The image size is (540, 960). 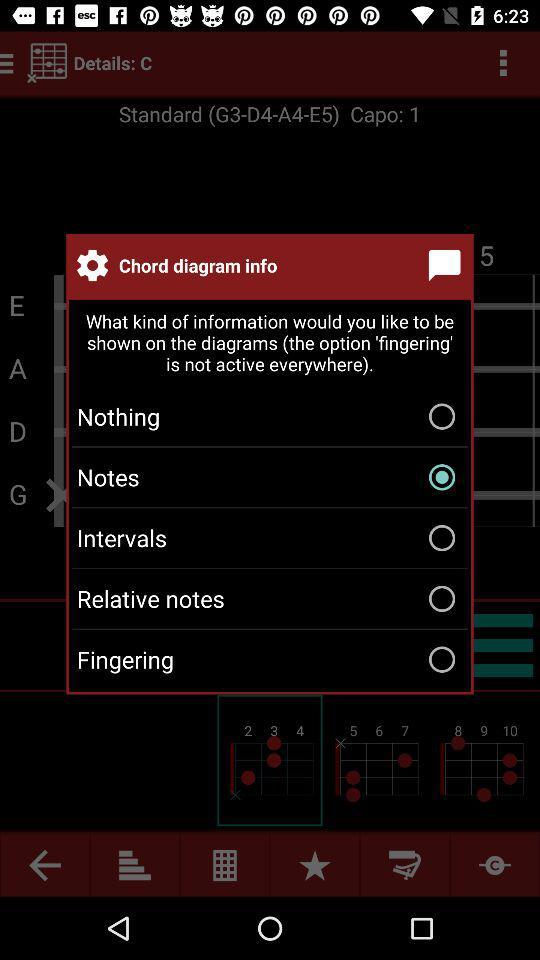 I want to click on intervals, so click(x=270, y=537).